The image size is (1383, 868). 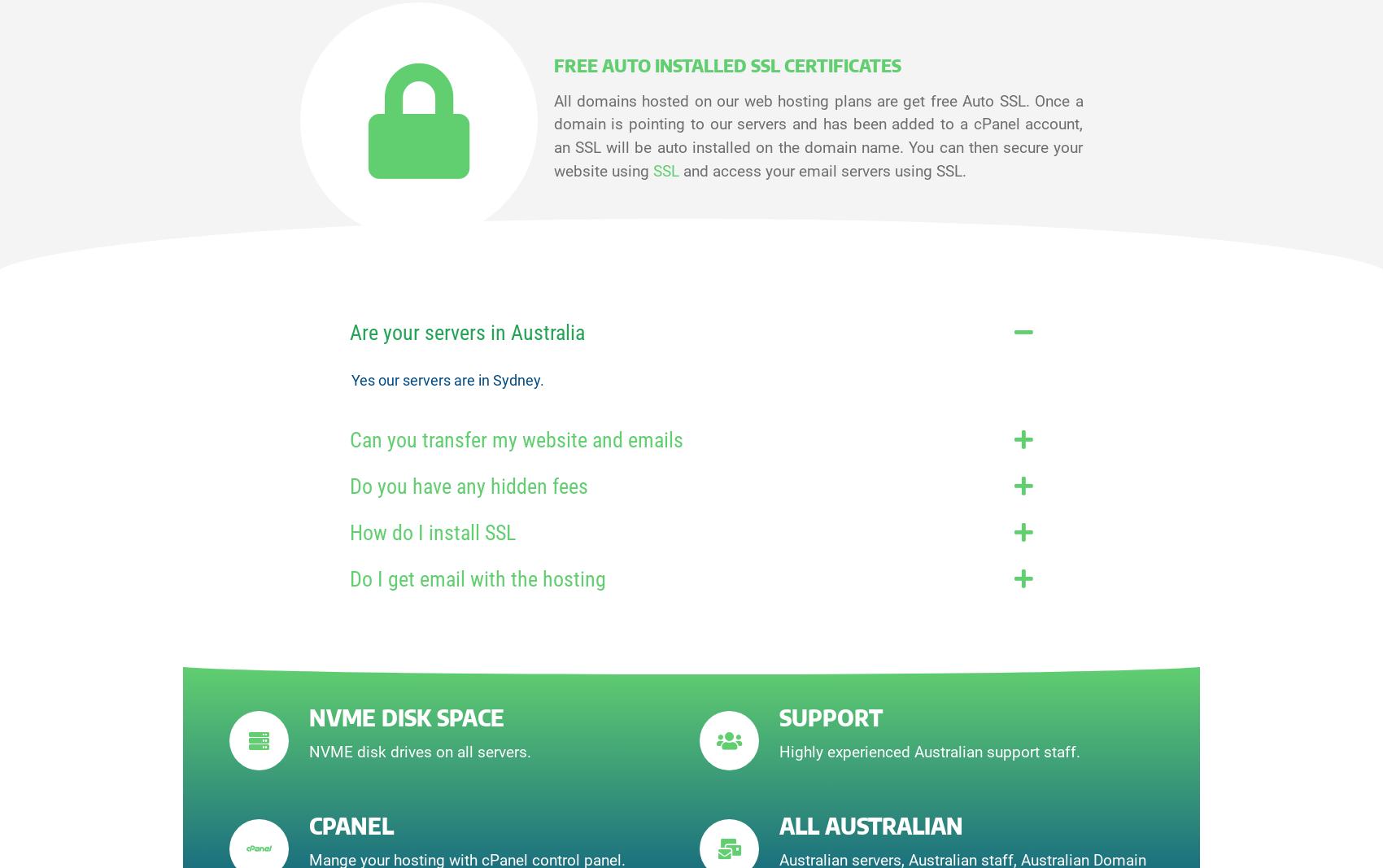 What do you see at coordinates (477, 578) in the screenshot?
I see `'Do I get email with the hosting'` at bounding box center [477, 578].